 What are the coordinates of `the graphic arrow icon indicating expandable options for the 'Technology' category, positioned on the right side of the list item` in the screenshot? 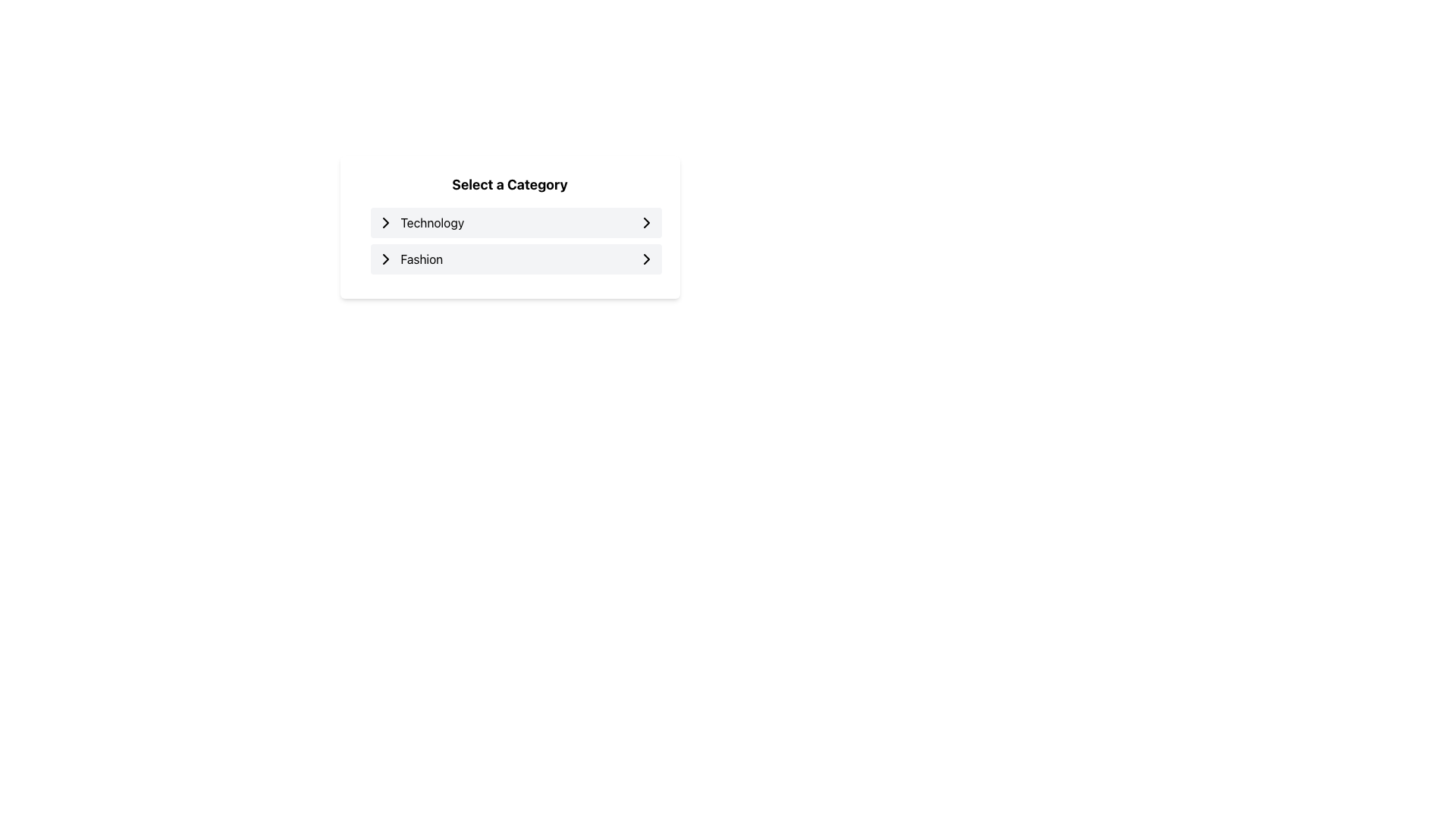 It's located at (385, 222).